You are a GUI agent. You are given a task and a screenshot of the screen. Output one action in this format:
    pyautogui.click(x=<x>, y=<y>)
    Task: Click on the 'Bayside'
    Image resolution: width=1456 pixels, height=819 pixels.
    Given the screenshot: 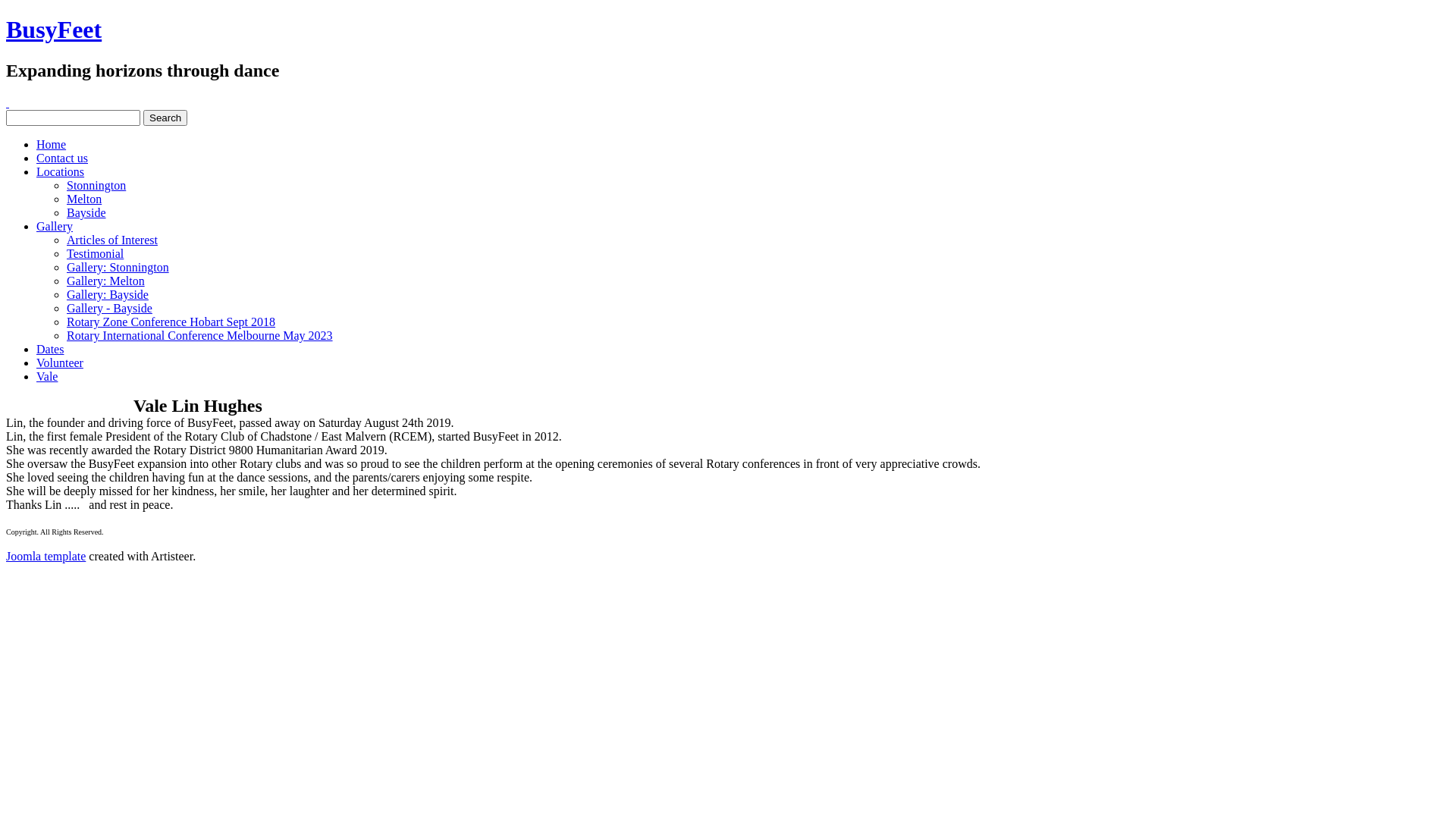 What is the action you would take?
    pyautogui.click(x=65, y=212)
    